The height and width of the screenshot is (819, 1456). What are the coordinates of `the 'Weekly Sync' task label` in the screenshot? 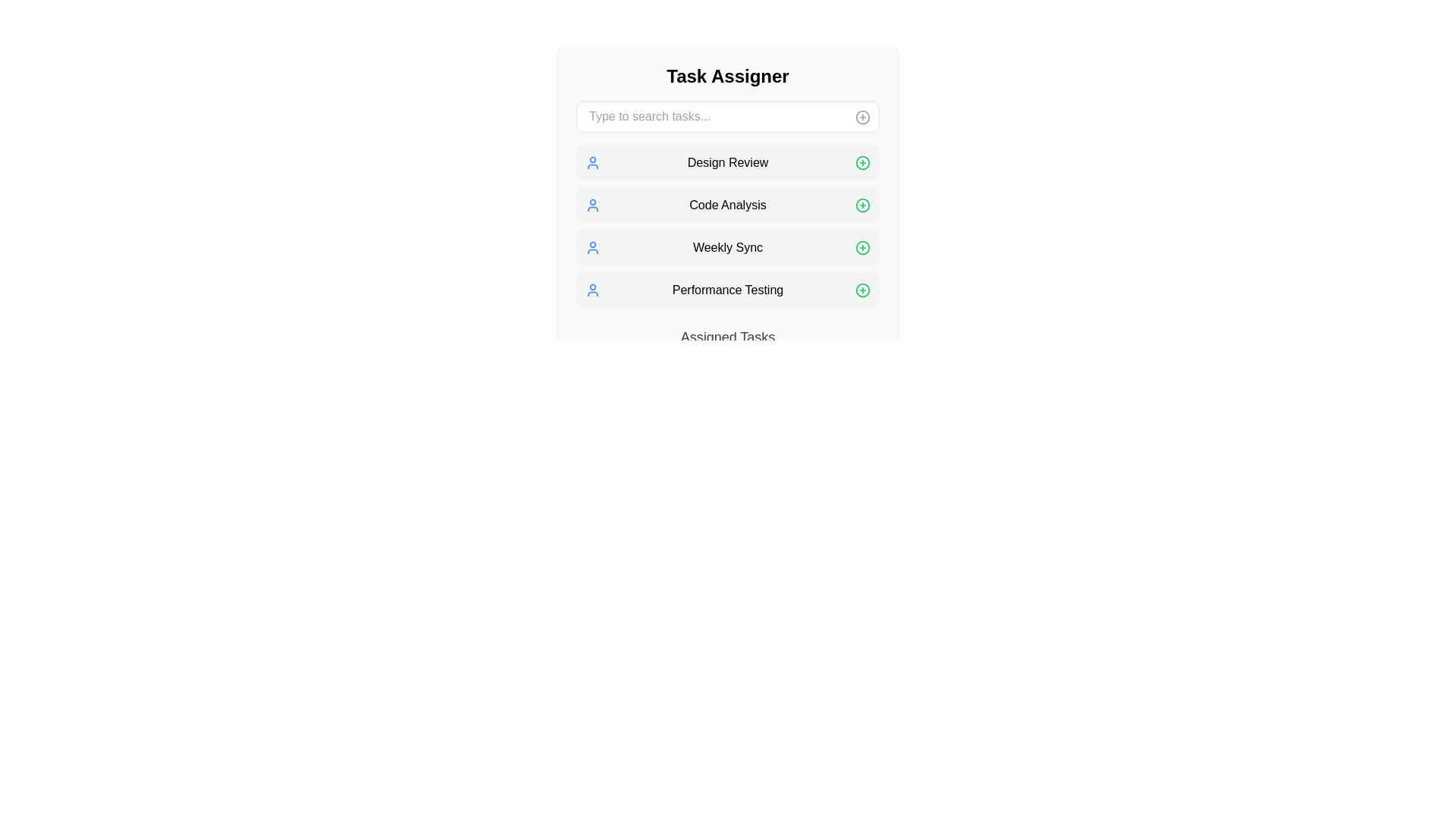 It's located at (728, 247).